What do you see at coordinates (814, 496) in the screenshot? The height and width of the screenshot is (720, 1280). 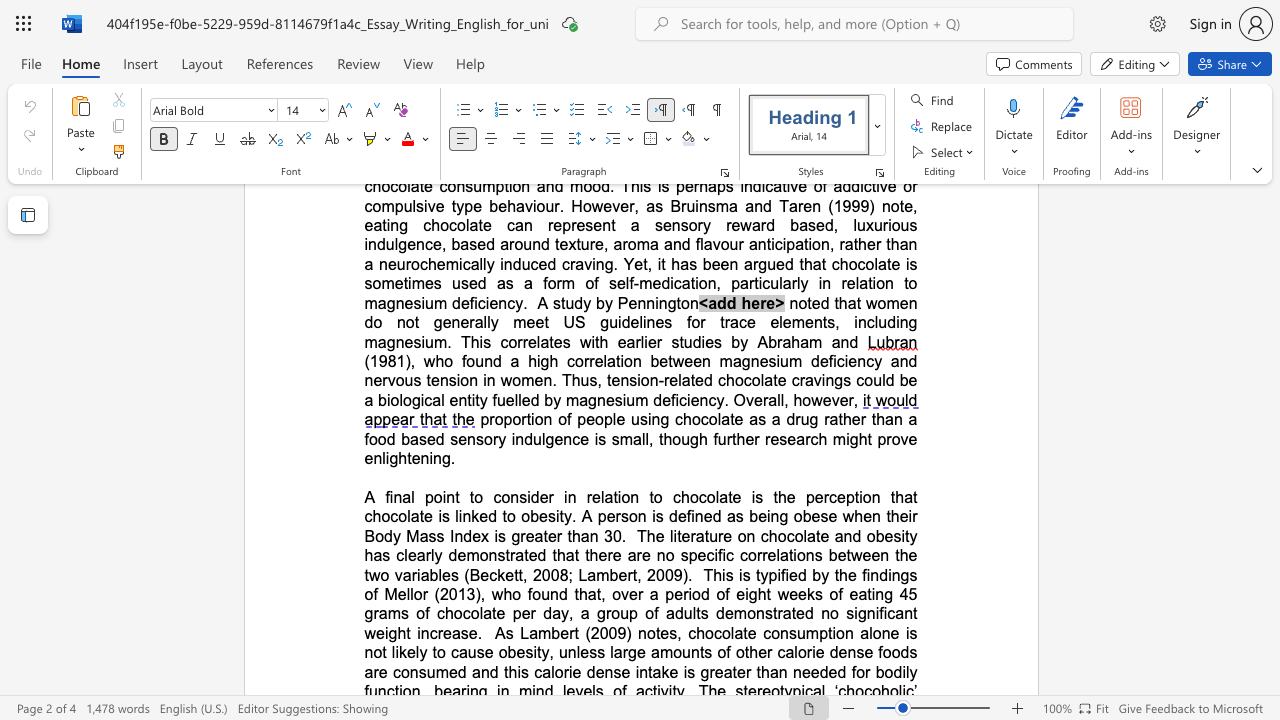 I see `the subset text "erce" within the text "perception"` at bounding box center [814, 496].